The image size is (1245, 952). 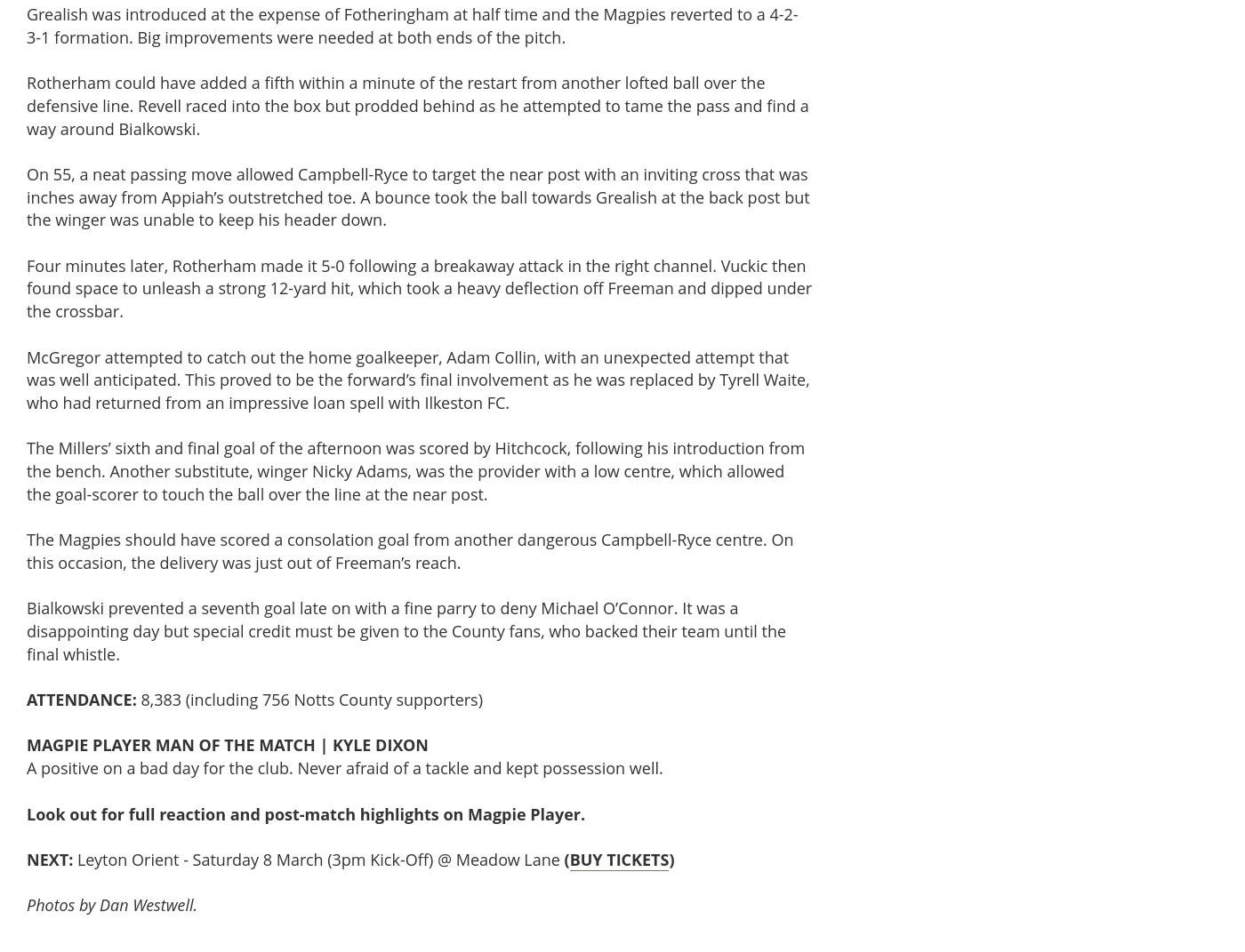 I want to click on '8,383 (including 756 Notts County supporters)', so click(x=309, y=698).